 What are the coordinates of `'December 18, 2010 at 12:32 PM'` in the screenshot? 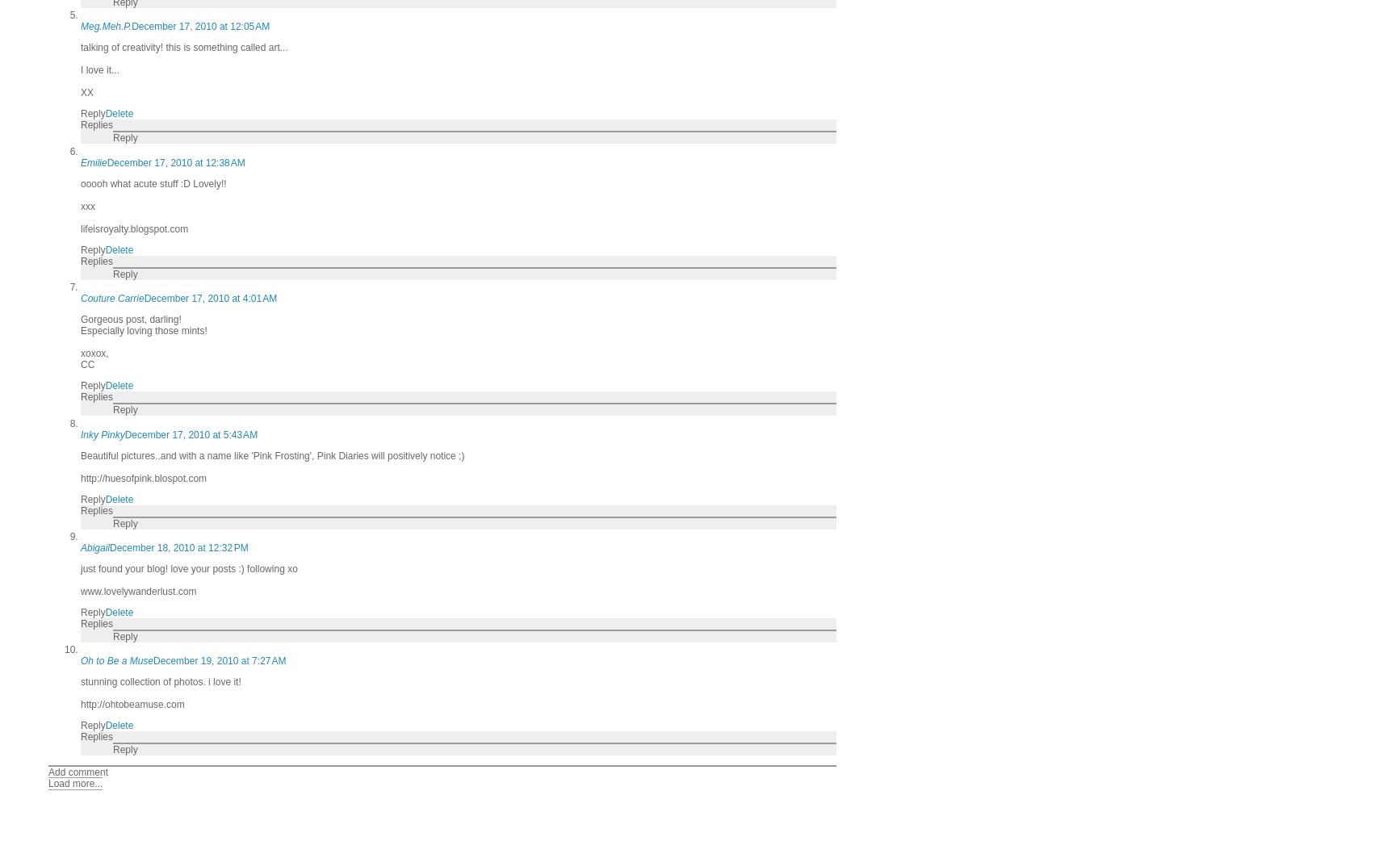 It's located at (178, 546).